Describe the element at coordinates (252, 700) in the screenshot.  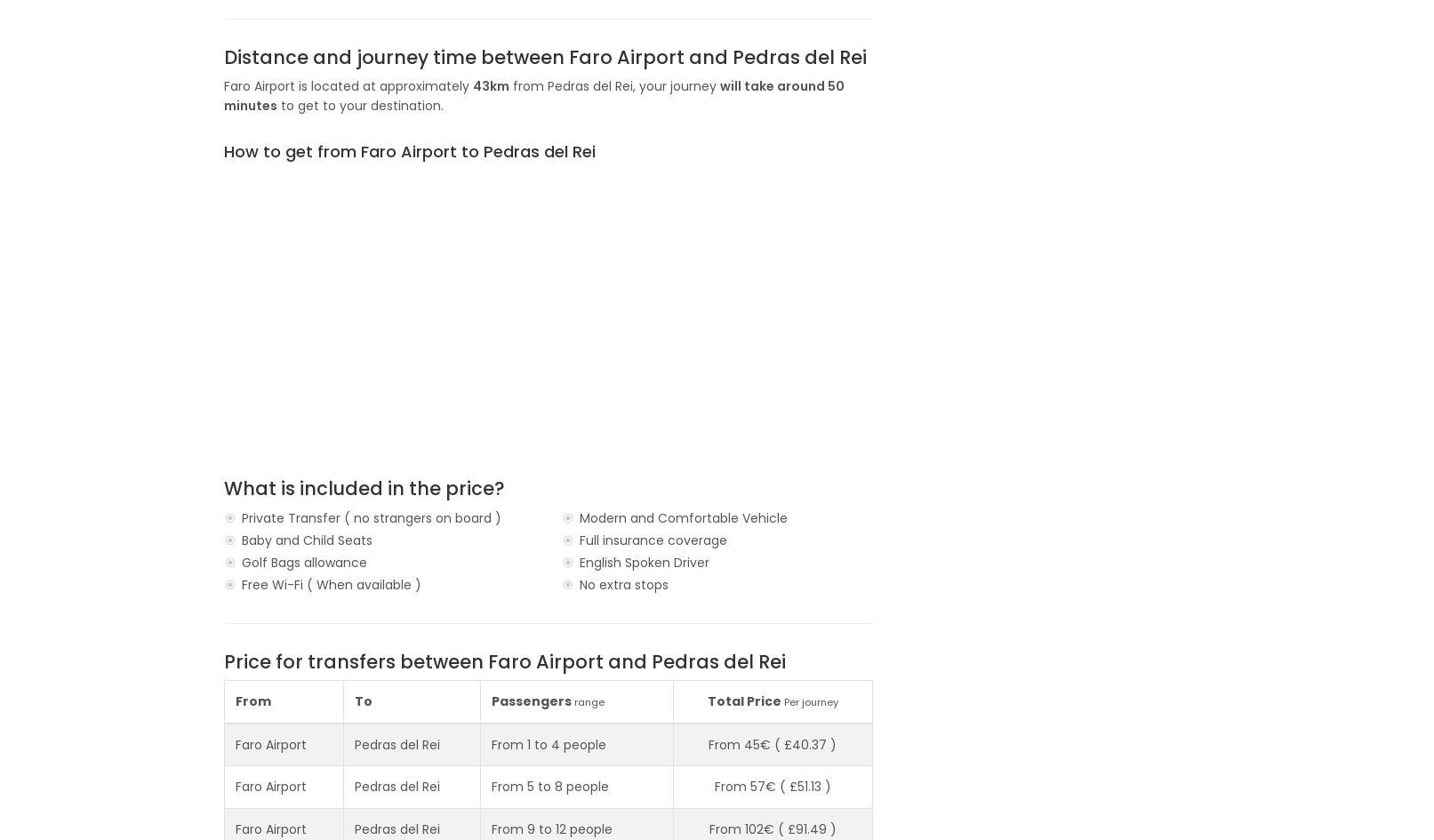
I see `'From'` at that location.